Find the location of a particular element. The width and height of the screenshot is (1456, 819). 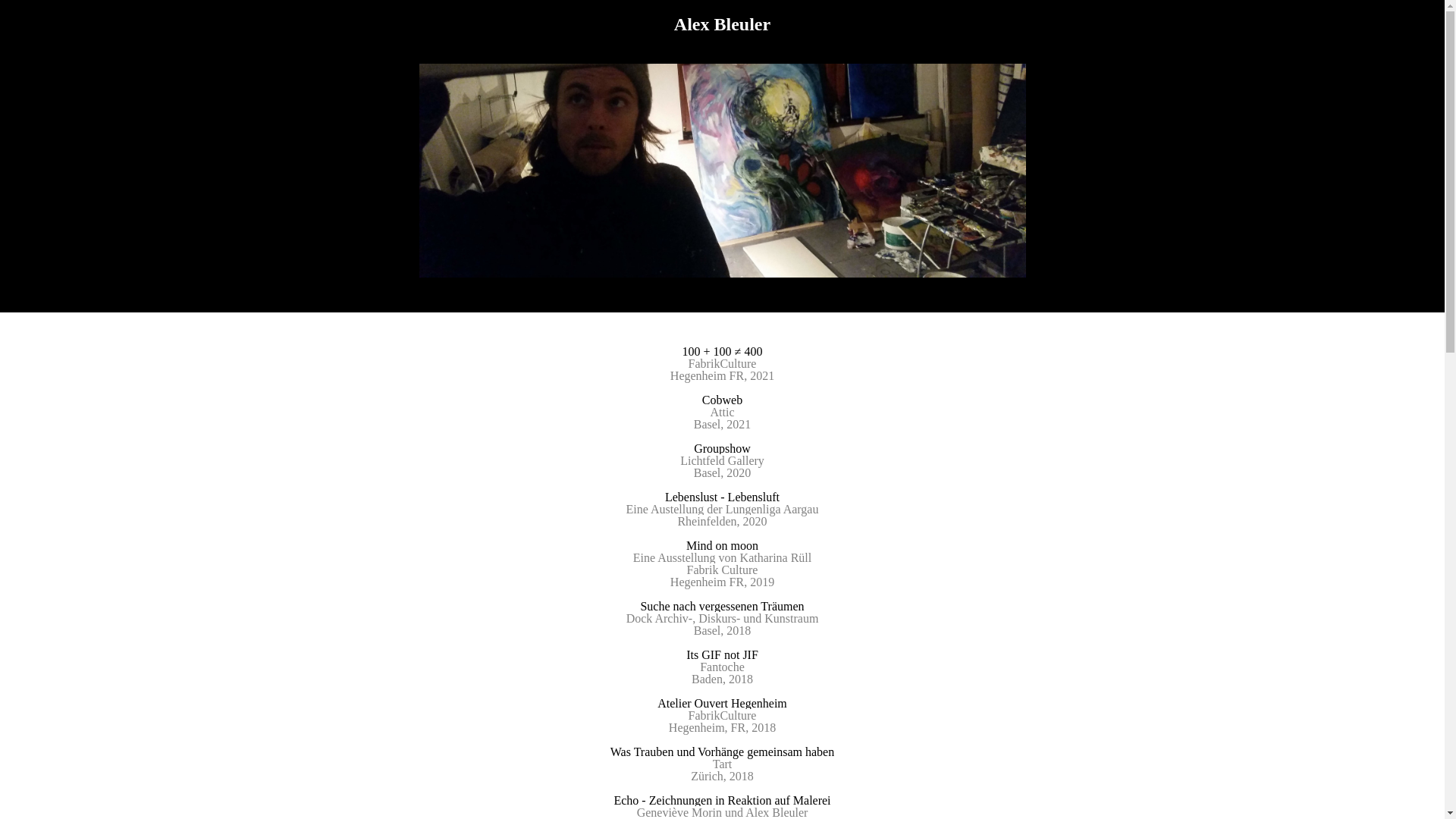

'Cobweb' is located at coordinates (721, 399).